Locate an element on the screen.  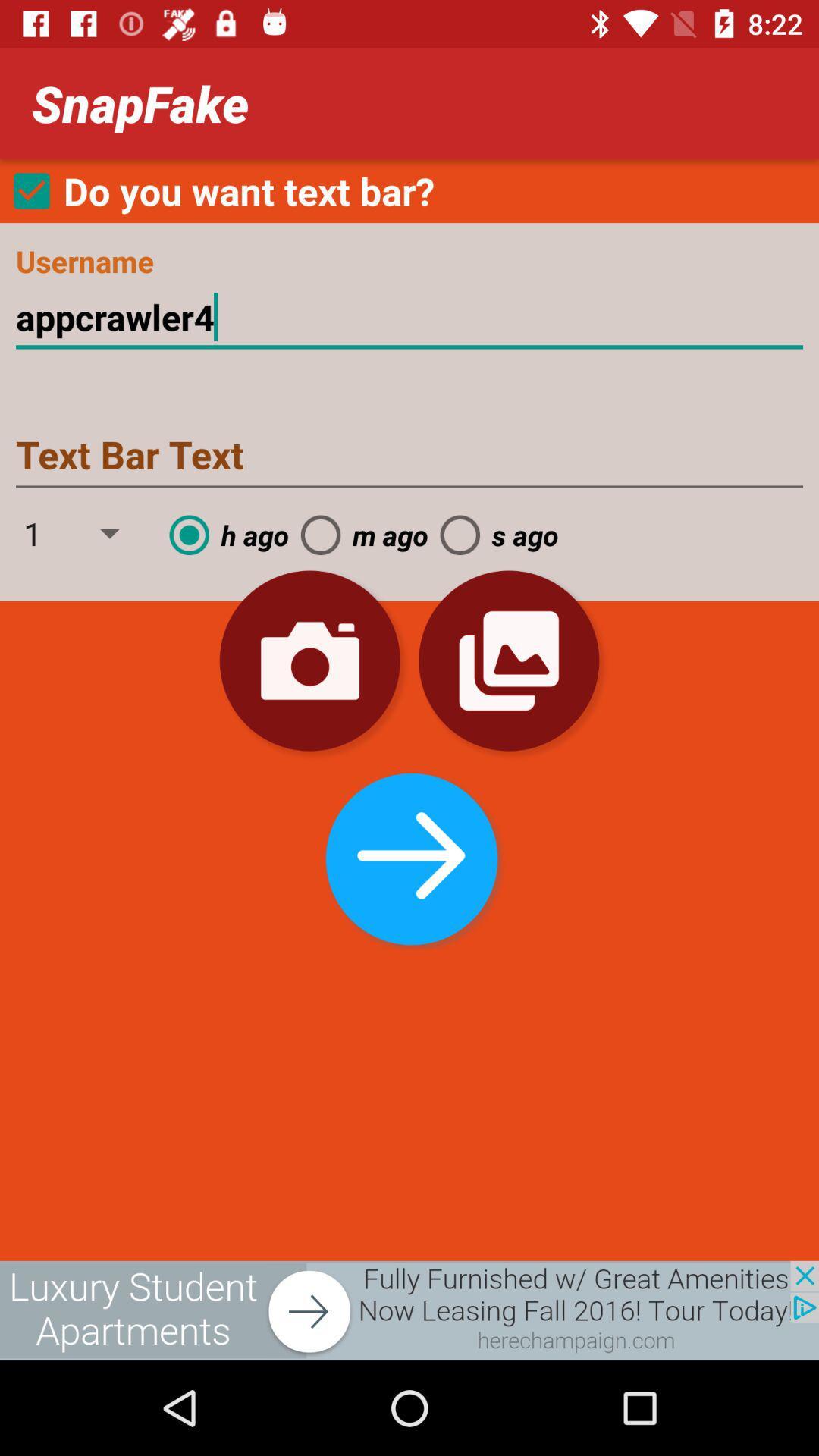
advertisement is located at coordinates (409, 1310).